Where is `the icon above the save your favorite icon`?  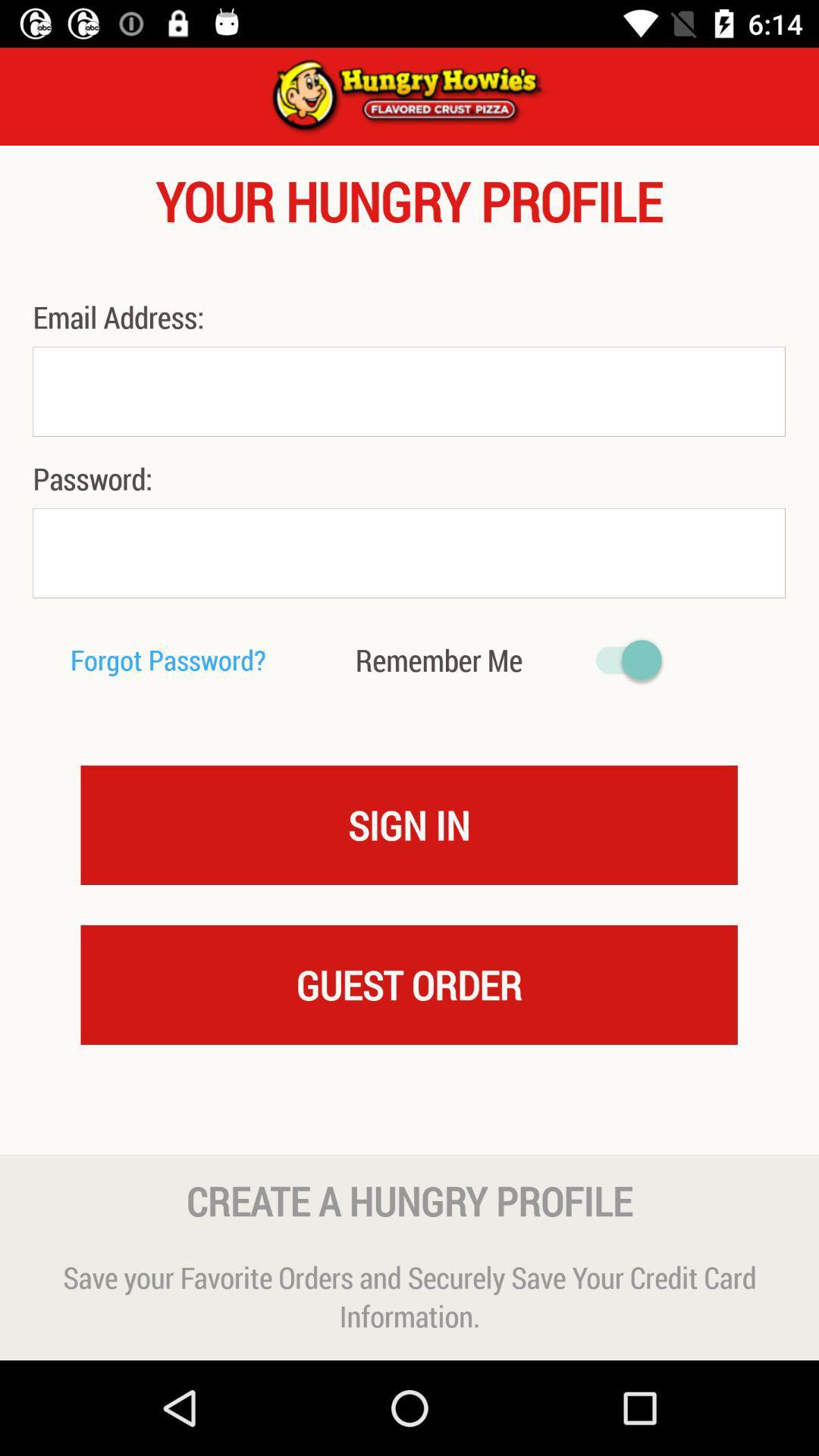 the icon above the save your favorite icon is located at coordinates (409, 1200).